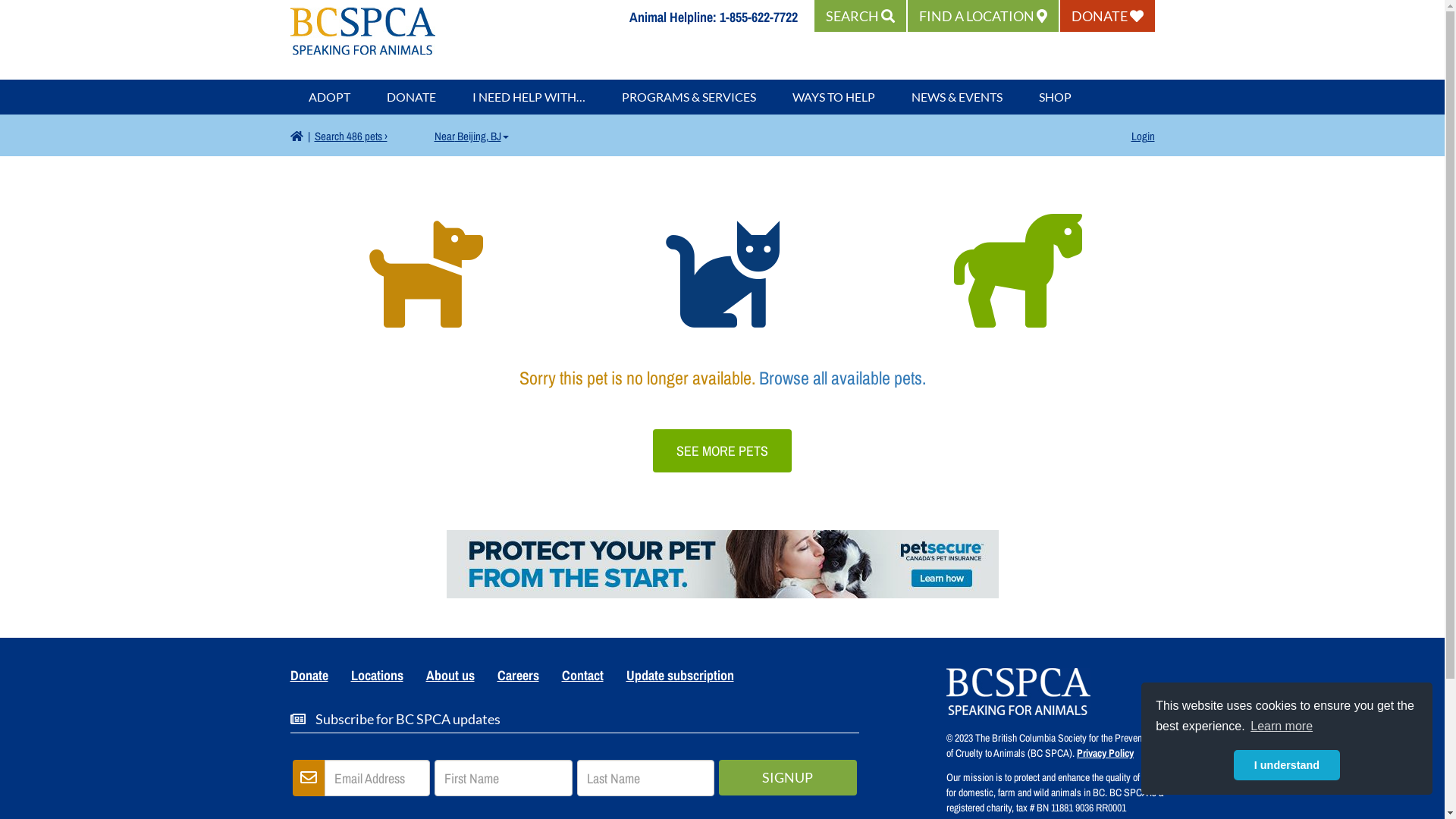 The image size is (1456, 819). I want to click on 'Near Beijing, BJ', so click(469, 135).